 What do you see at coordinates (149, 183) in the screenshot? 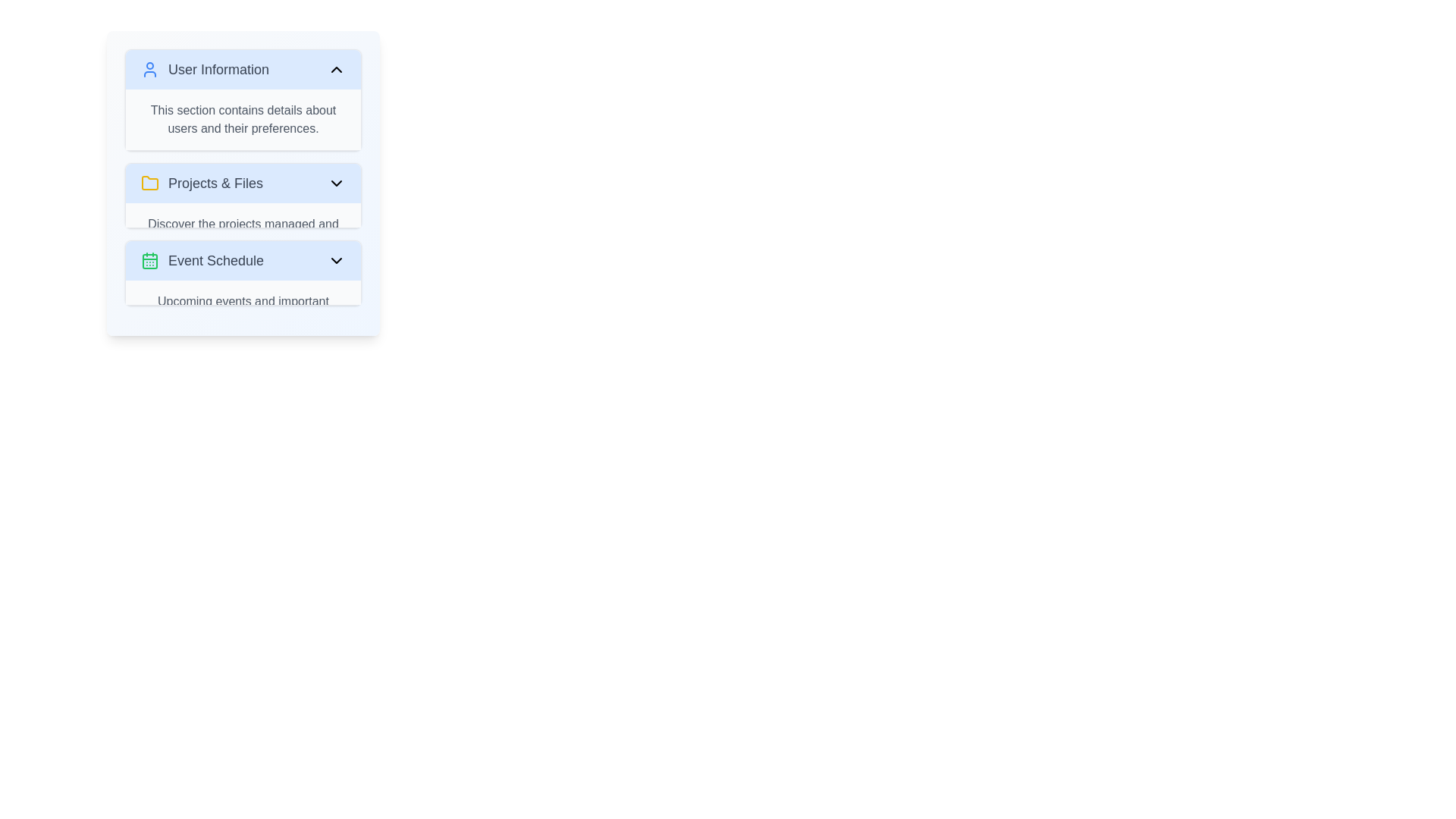
I see `the yellow folder-shaped icon located to the left of the text 'Projects & Files' in the second section of the interface` at bounding box center [149, 183].